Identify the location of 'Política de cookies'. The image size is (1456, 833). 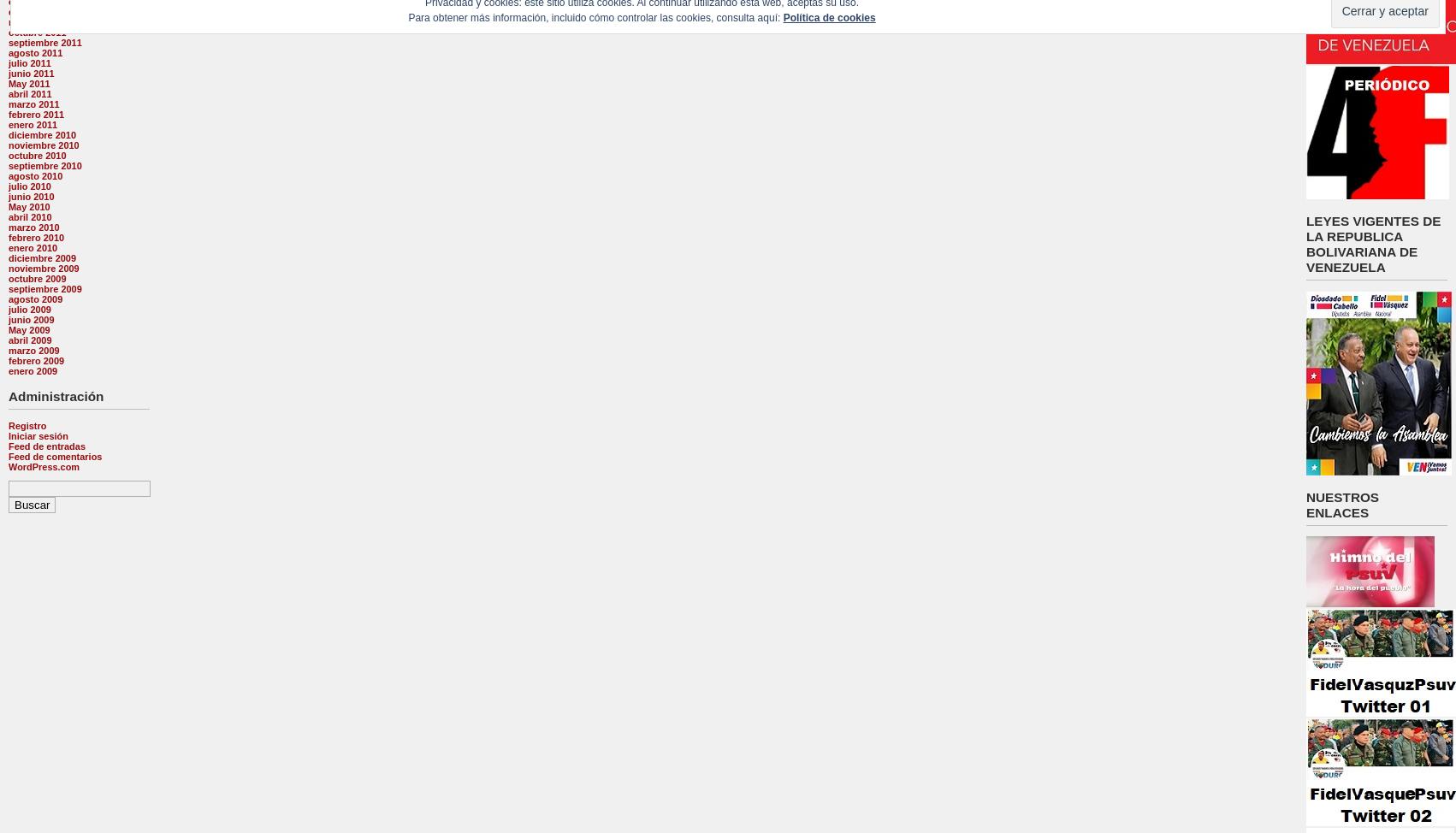
(828, 16).